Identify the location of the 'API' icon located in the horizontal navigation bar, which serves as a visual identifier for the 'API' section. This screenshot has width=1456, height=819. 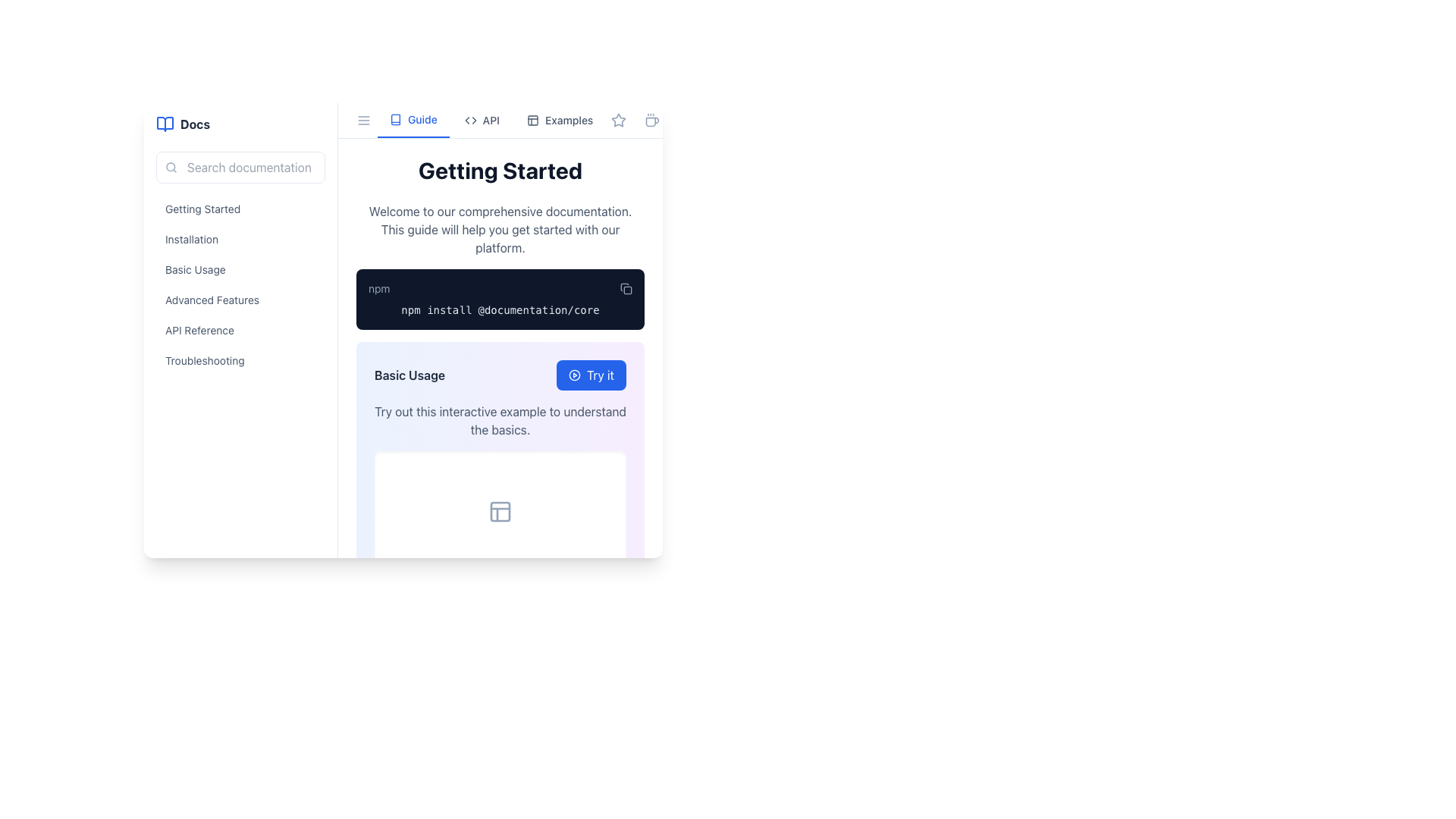
(469, 119).